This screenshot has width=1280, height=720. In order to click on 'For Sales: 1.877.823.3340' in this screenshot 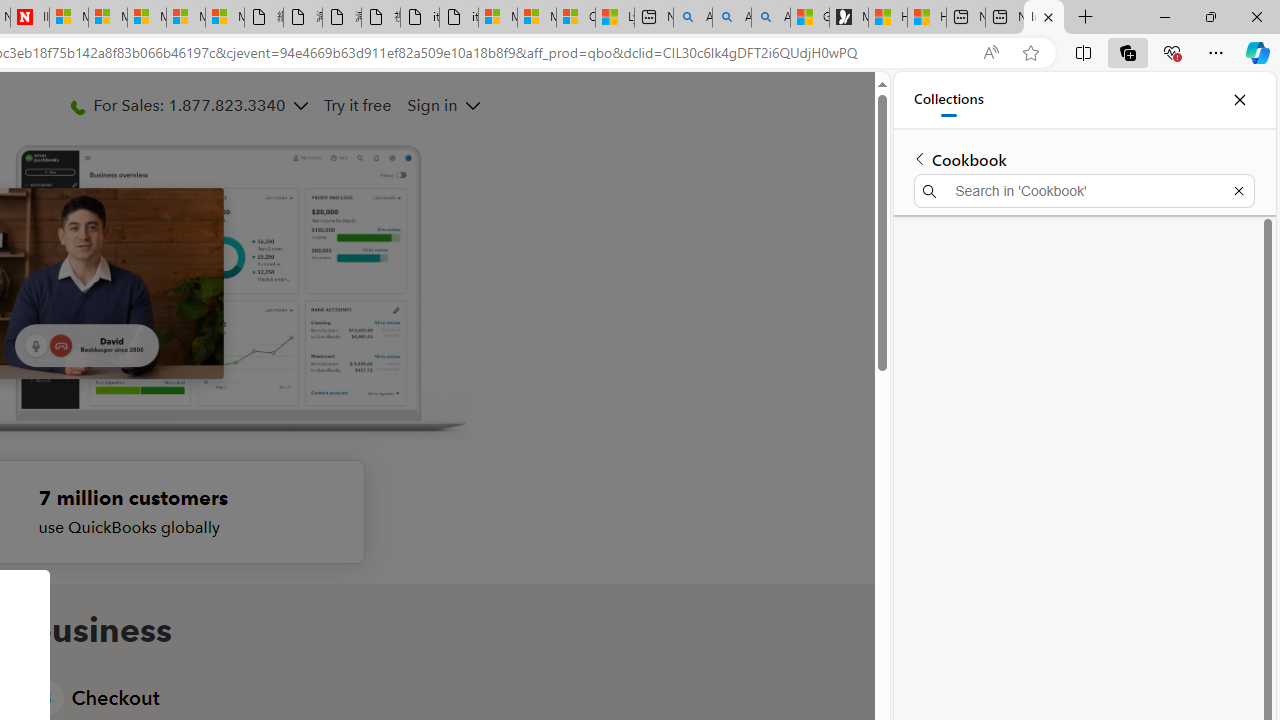, I will do `click(188, 105)`.